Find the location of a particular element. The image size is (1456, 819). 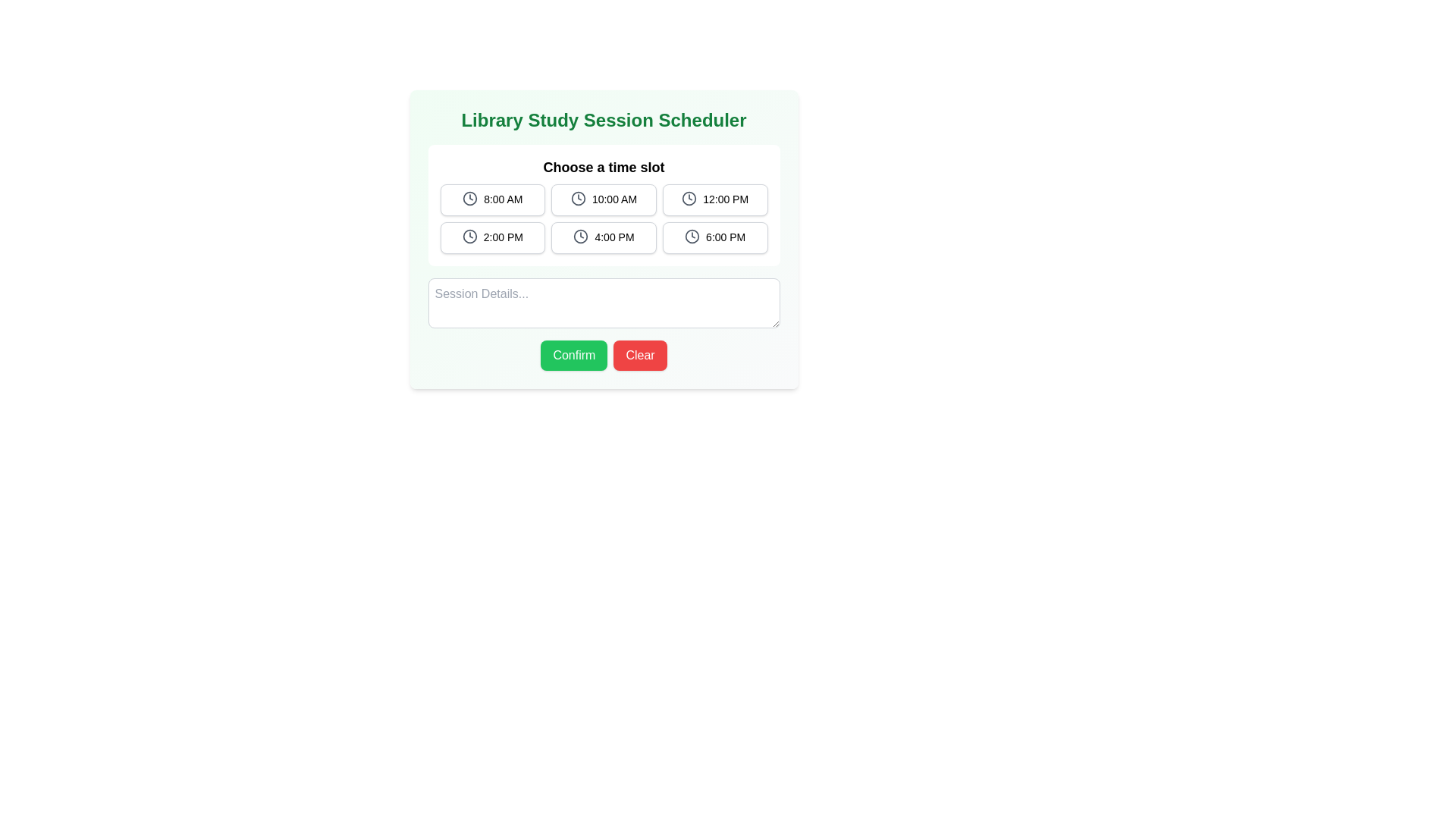

the confirm button located to the left of the red 'Clear' button at the bottom of the dialog box to confirm your actions or choices is located at coordinates (573, 356).